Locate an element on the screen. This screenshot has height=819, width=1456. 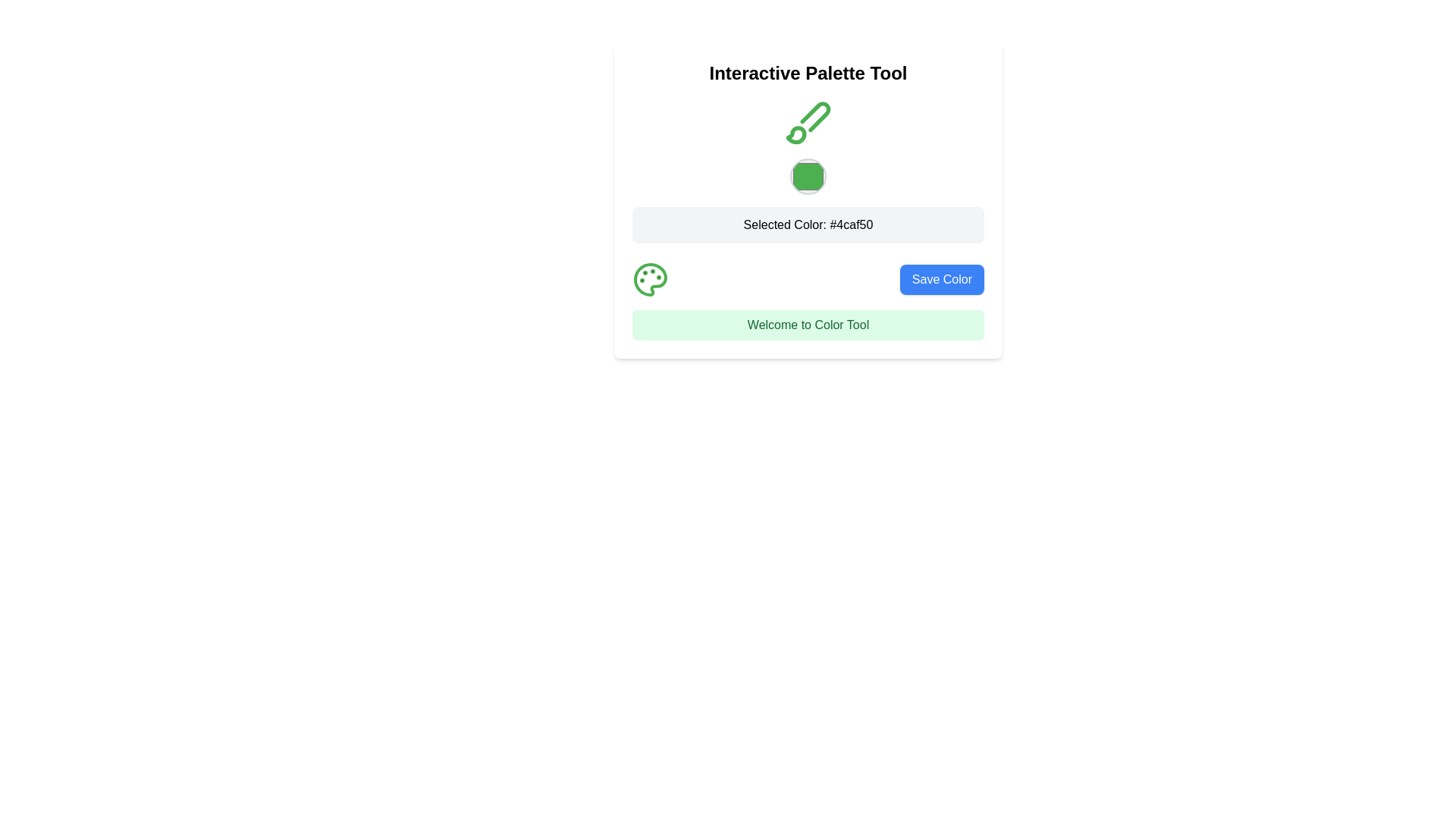
the circular color picker displaying the green color '#4caf50' is located at coordinates (807, 170).